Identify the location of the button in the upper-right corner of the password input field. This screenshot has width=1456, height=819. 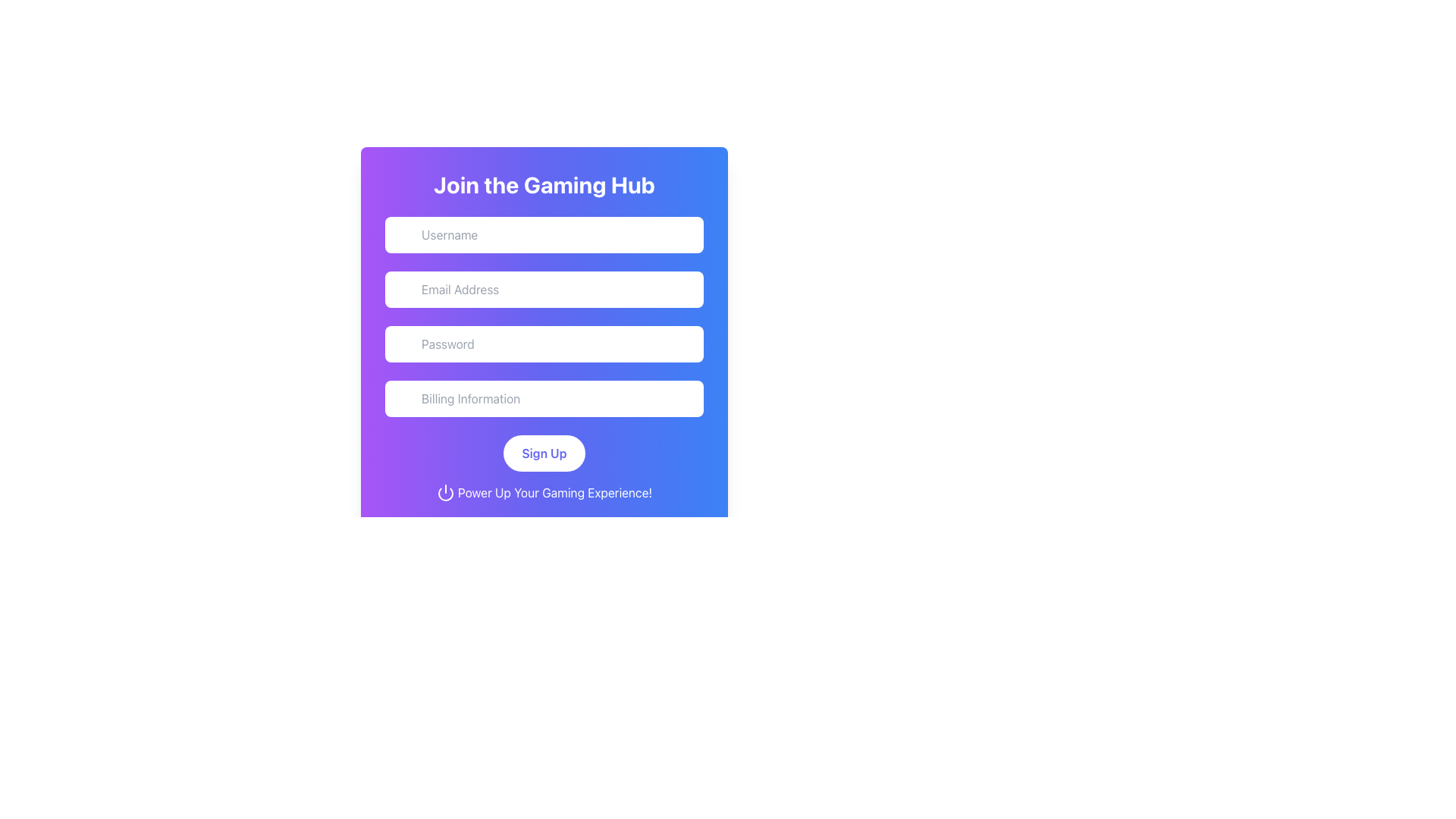
(684, 344).